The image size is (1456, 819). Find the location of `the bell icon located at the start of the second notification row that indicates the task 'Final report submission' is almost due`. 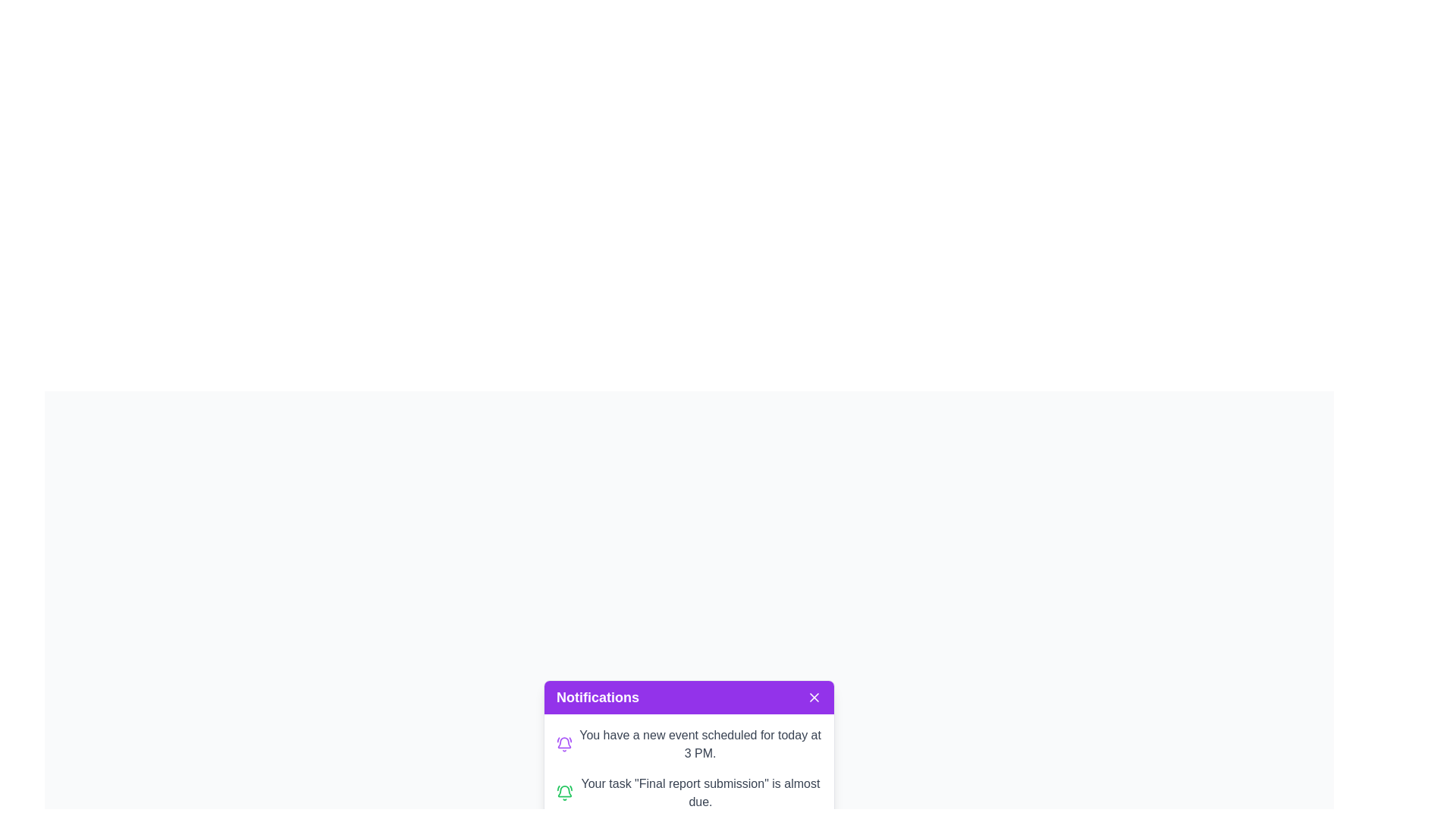

the bell icon located at the start of the second notification row that indicates the task 'Final report submission' is almost due is located at coordinates (563, 792).